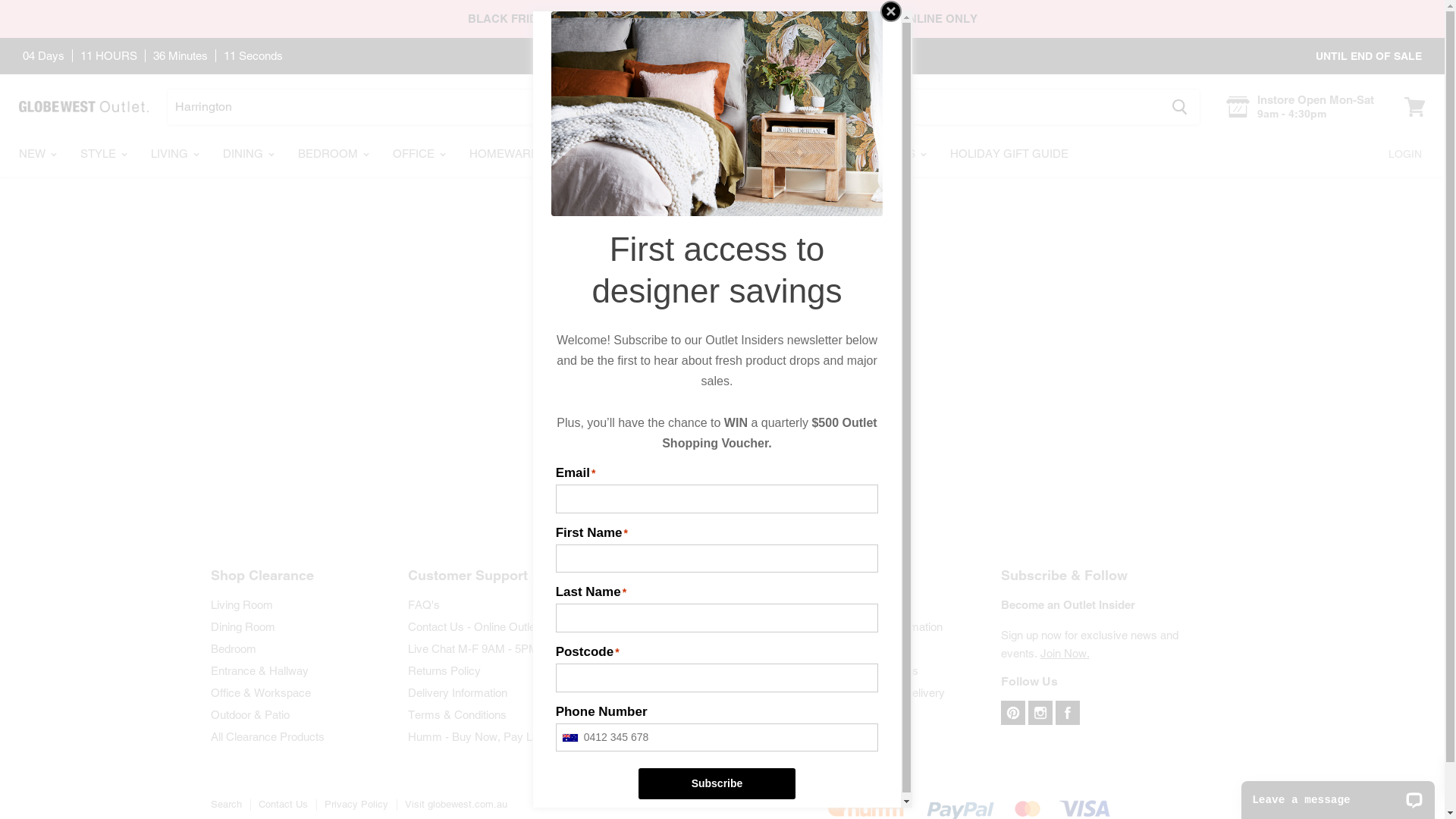  What do you see at coordinates (174, 154) in the screenshot?
I see `'LIVING'` at bounding box center [174, 154].